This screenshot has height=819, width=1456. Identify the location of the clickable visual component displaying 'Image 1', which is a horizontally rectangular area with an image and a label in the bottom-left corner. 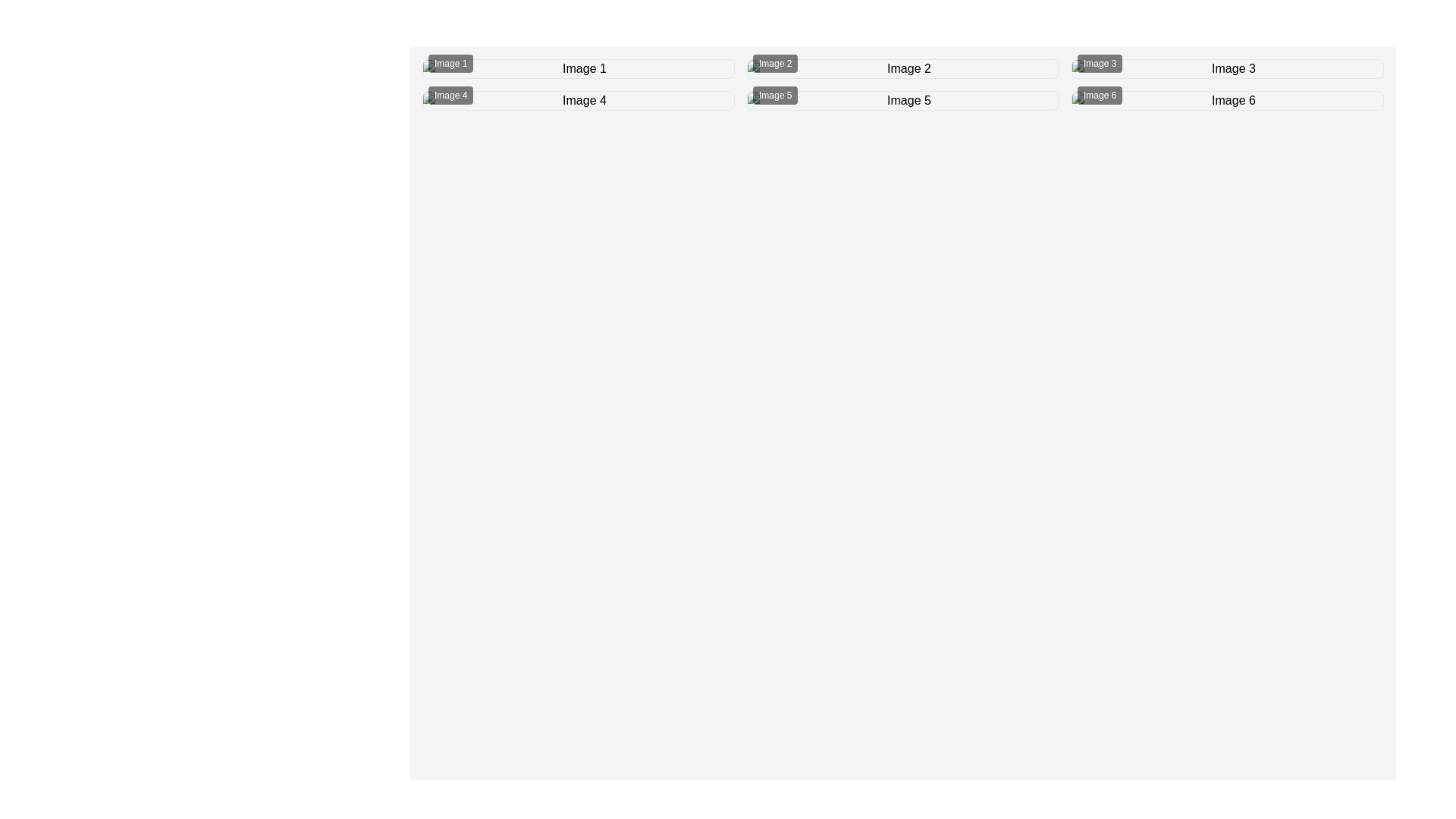
(578, 69).